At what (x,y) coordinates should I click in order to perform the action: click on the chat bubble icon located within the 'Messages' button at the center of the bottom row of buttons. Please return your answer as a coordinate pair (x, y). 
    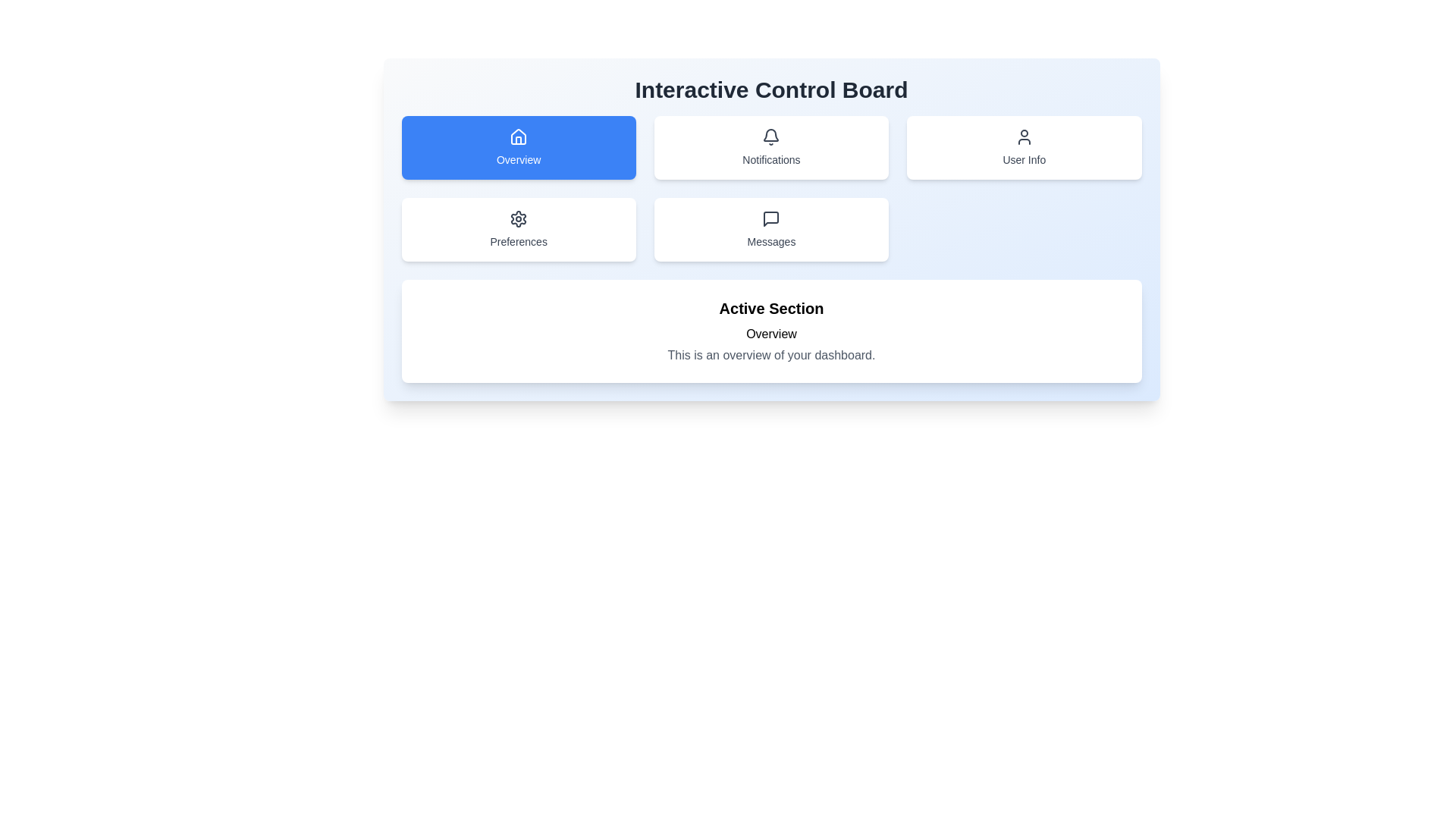
    Looking at the image, I should click on (771, 219).